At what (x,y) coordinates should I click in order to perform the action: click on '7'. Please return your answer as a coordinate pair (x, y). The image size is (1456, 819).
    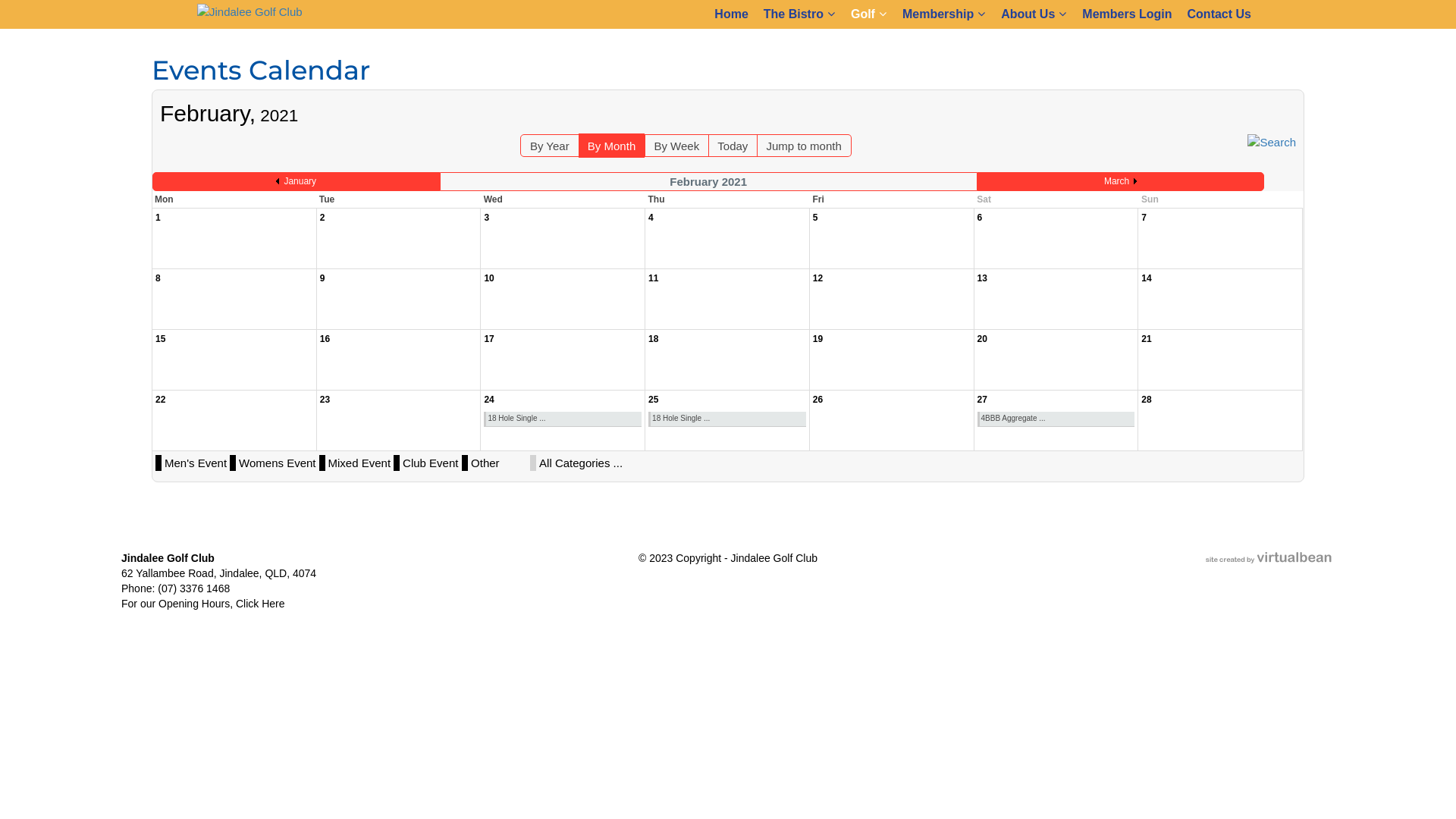
    Looking at the image, I should click on (1144, 217).